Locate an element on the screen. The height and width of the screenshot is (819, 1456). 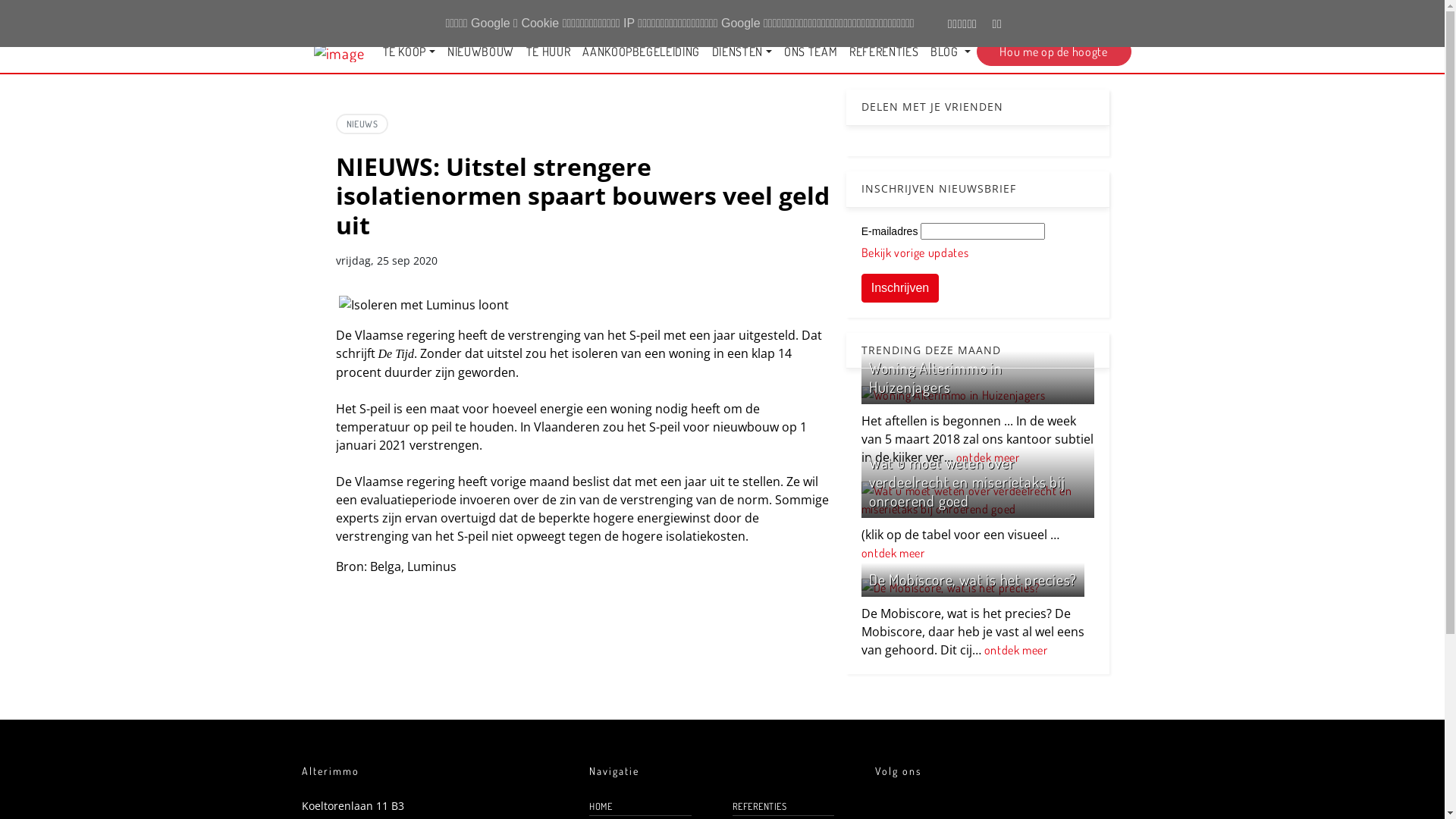
'ontdek meer' is located at coordinates (1015, 648).